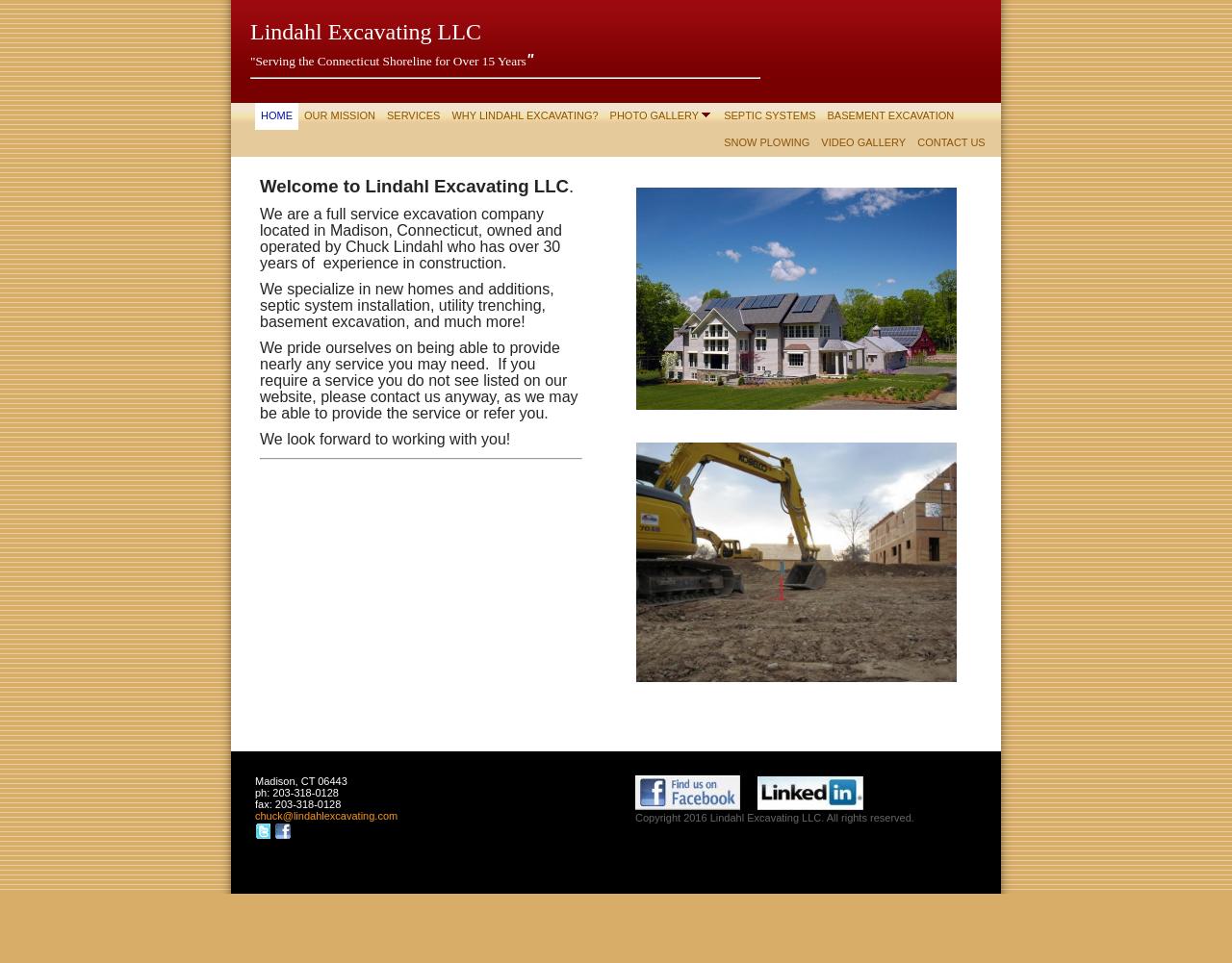  I want to click on 'Contact Us', so click(915, 142).